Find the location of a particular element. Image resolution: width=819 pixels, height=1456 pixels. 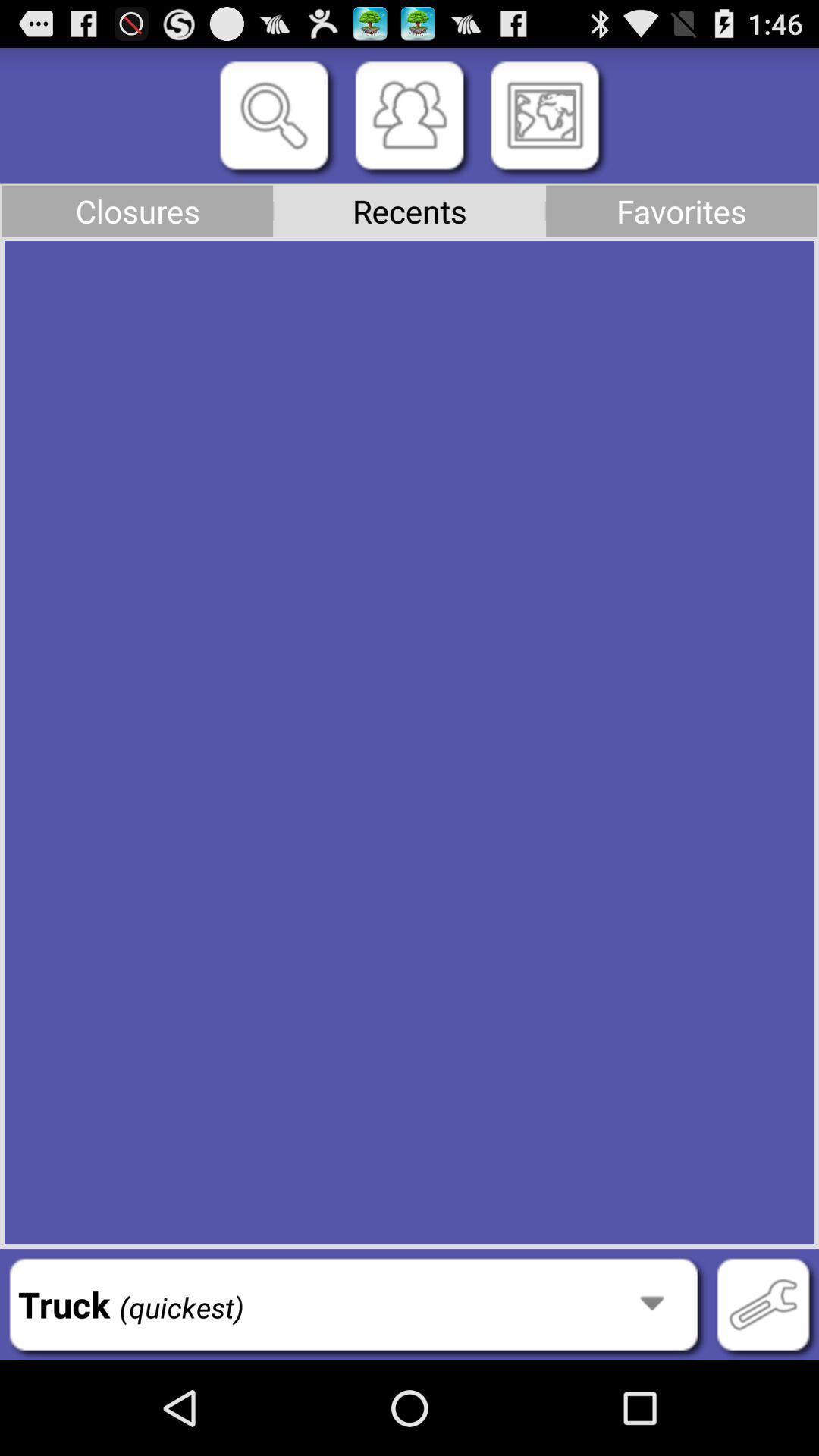

the build icon is located at coordinates (763, 1395).